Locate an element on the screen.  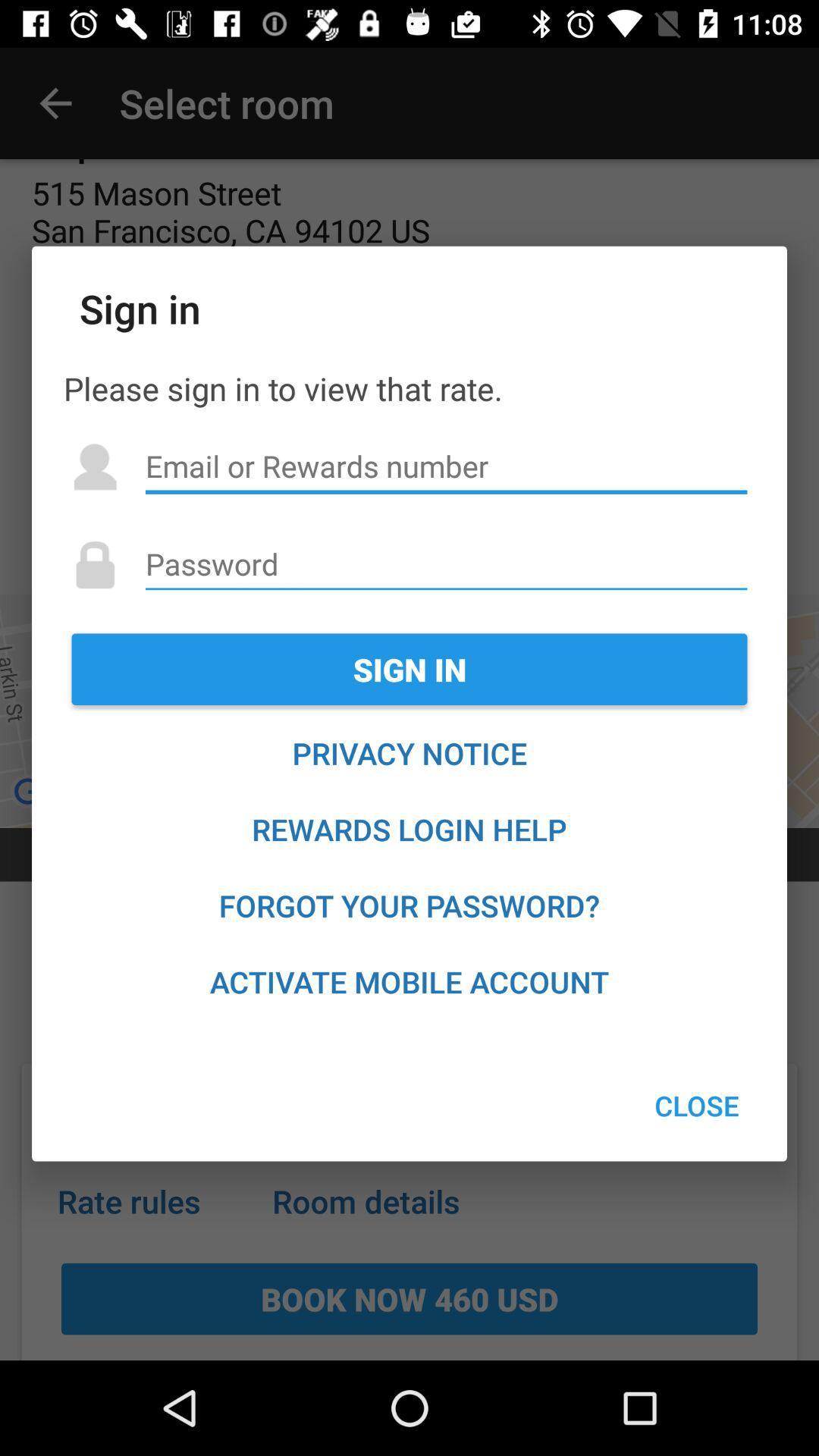
item above the close item is located at coordinates (409, 981).